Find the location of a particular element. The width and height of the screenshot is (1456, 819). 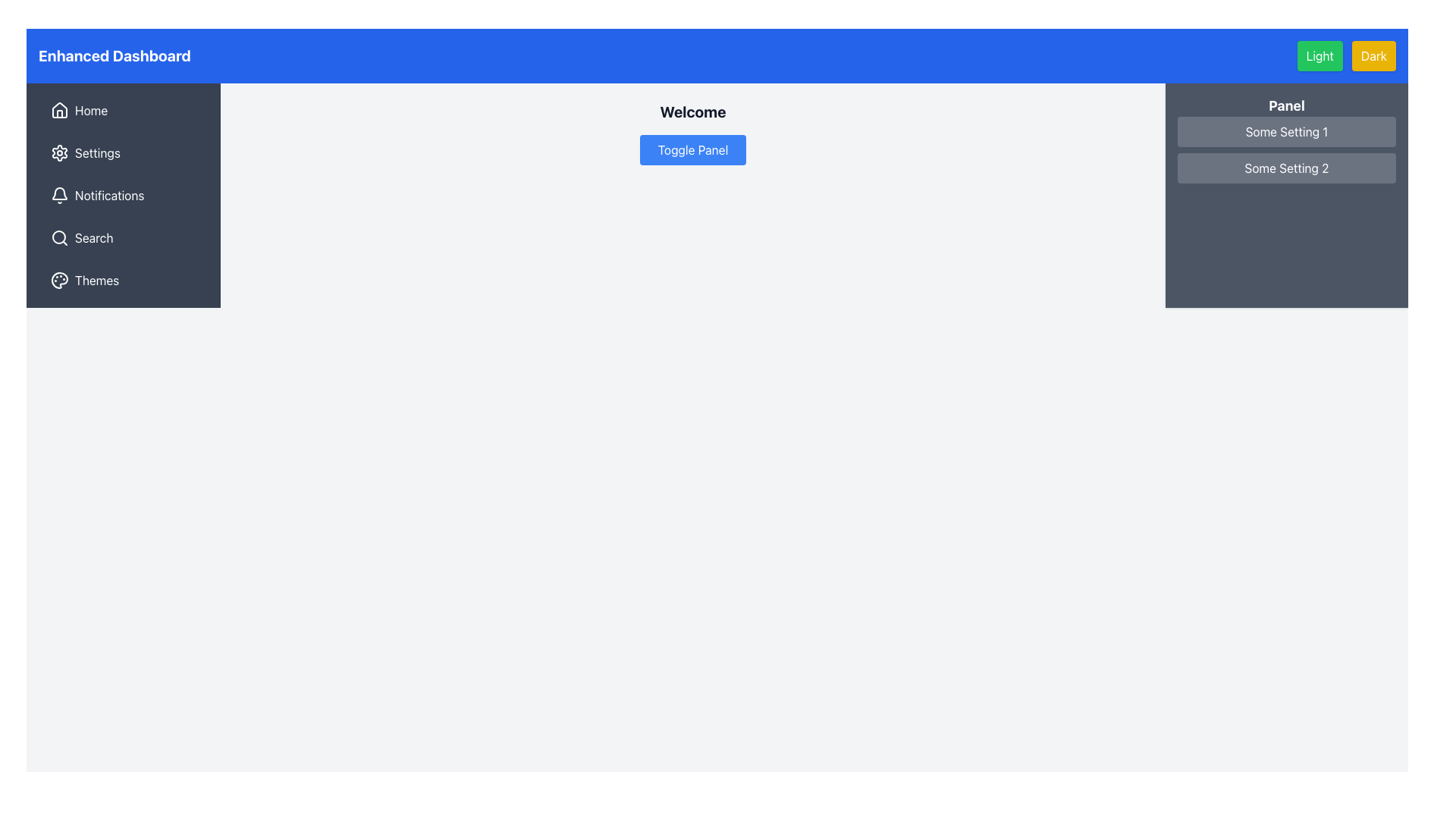

text from the 'Search' label in the navigation panel, which is the fourth item below the 'Notifications' menu item is located at coordinates (93, 237).